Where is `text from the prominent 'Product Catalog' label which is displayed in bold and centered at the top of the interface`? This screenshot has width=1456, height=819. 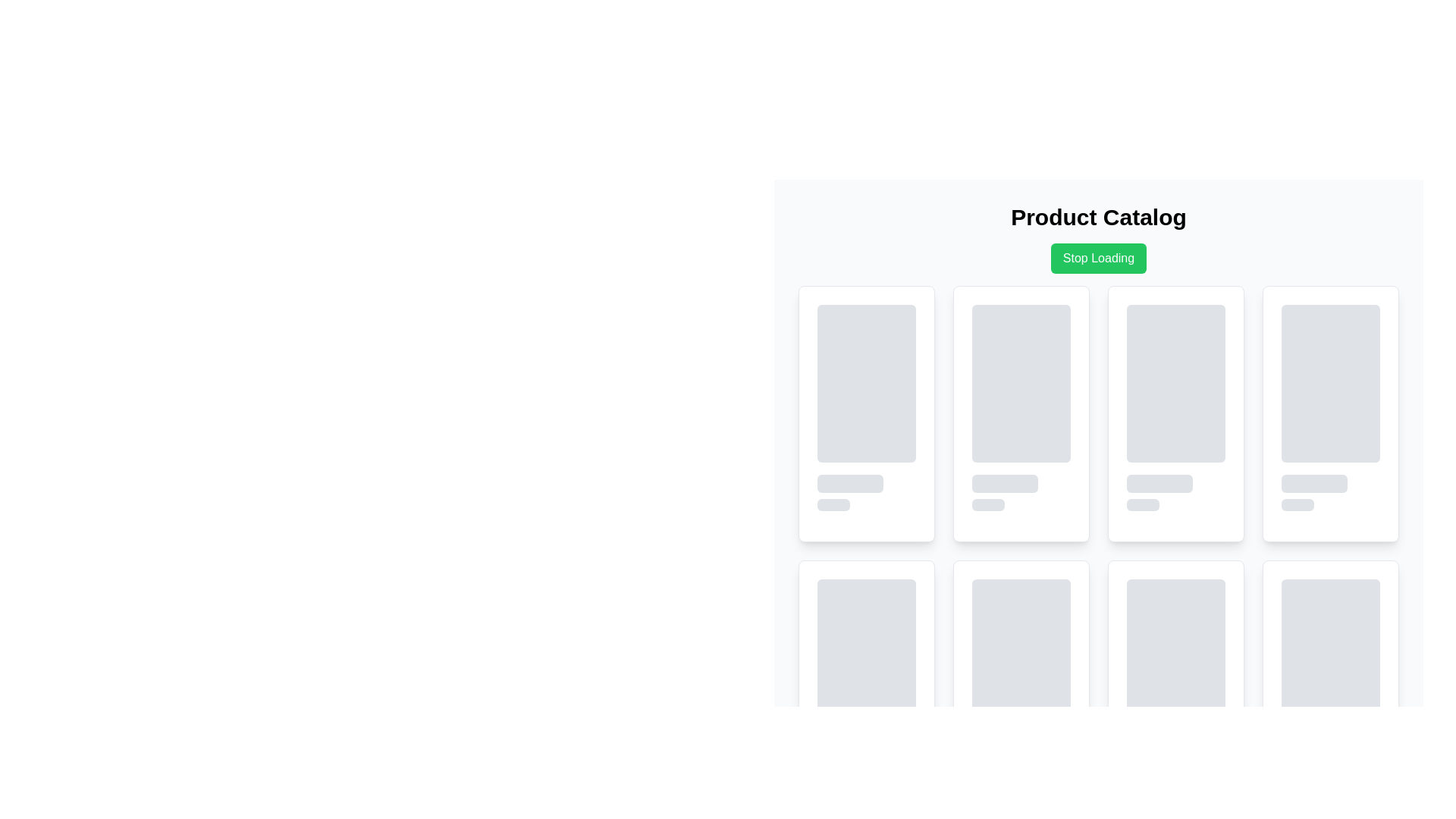
text from the prominent 'Product Catalog' label which is displayed in bold and centered at the top of the interface is located at coordinates (1099, 217).